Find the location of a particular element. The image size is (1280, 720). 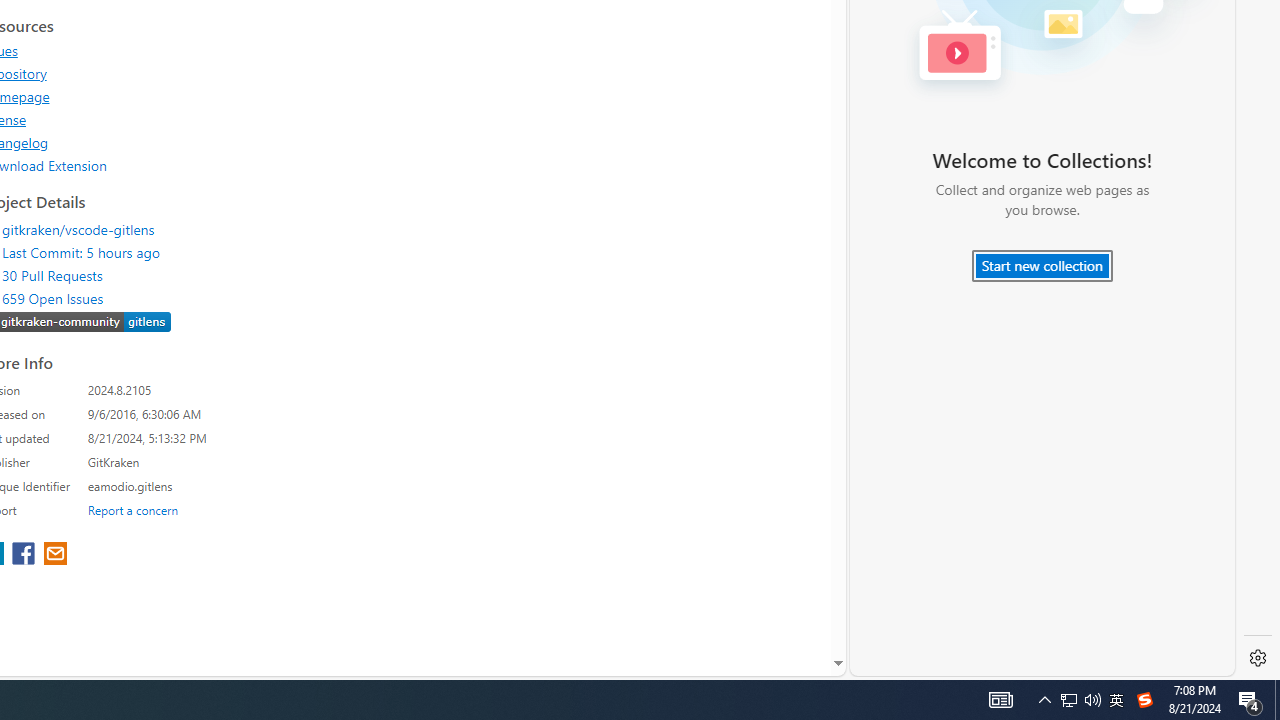

'share extension on facebook' is located at coordinates (26, 555).